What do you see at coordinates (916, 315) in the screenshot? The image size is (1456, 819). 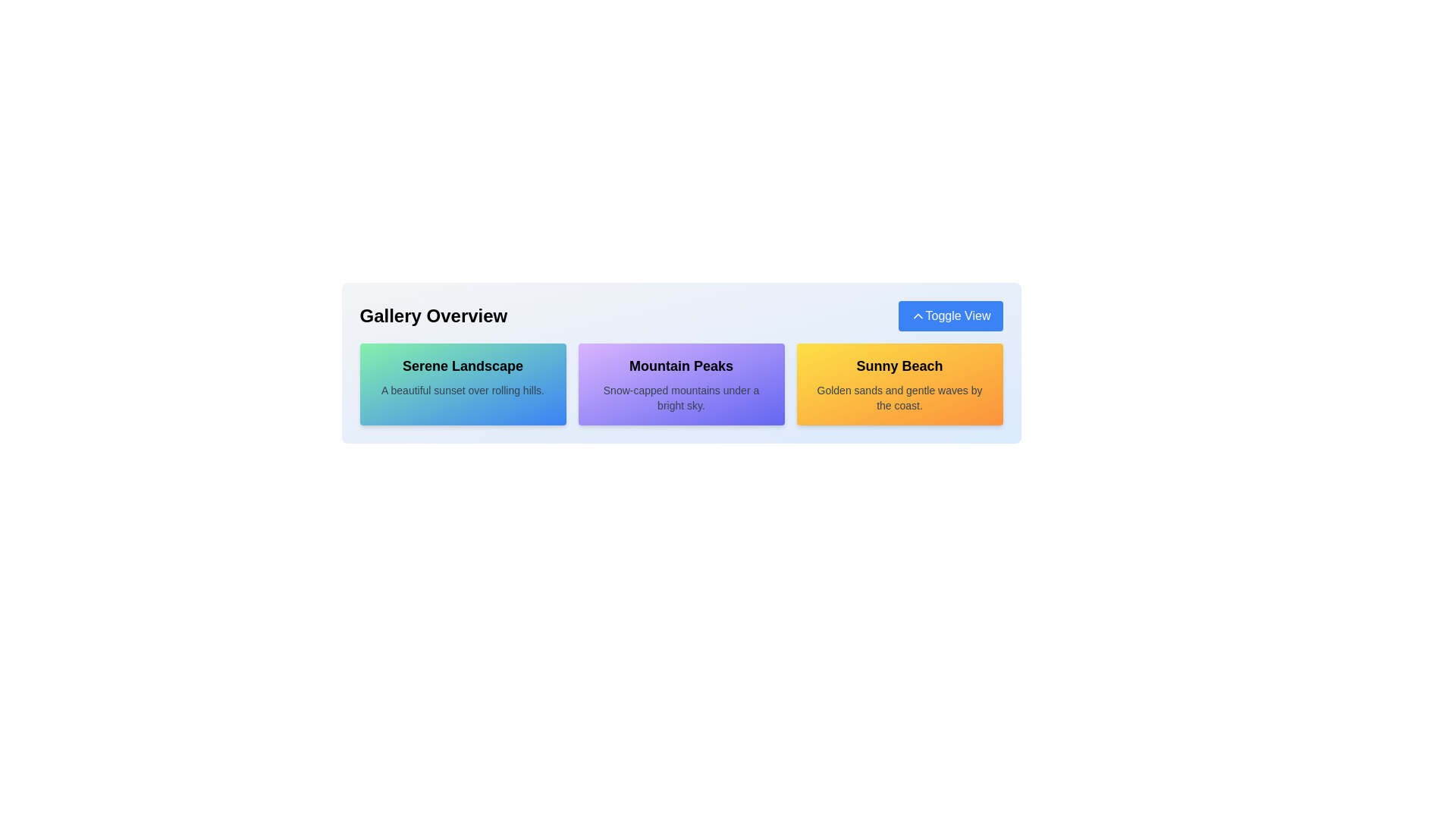 I see `the chevron-shaped marker within the 'Toggle View' button` at bounding box center [916, 315].